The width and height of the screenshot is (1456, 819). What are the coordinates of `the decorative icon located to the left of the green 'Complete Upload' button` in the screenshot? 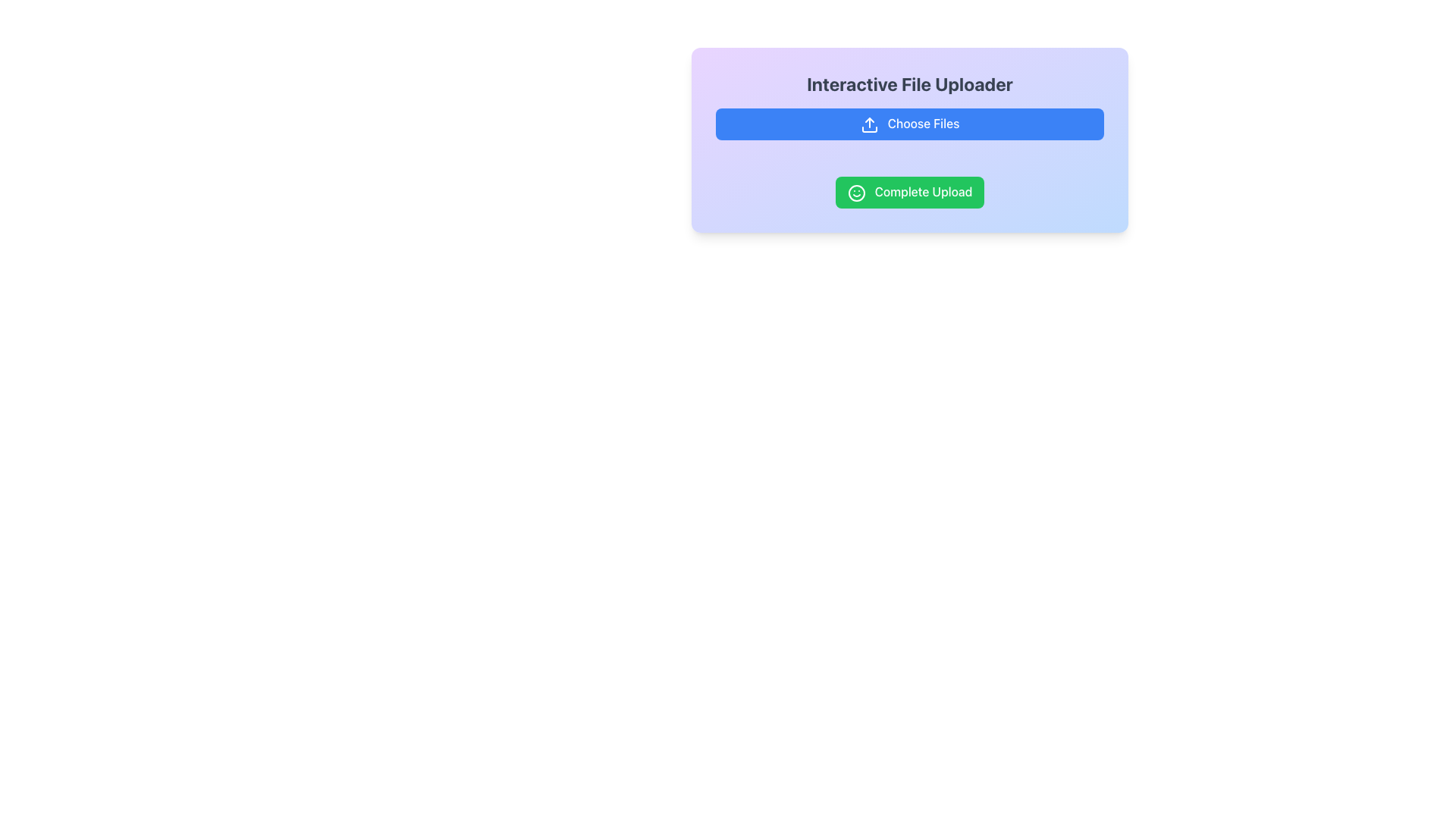 It's located at (856, 192).